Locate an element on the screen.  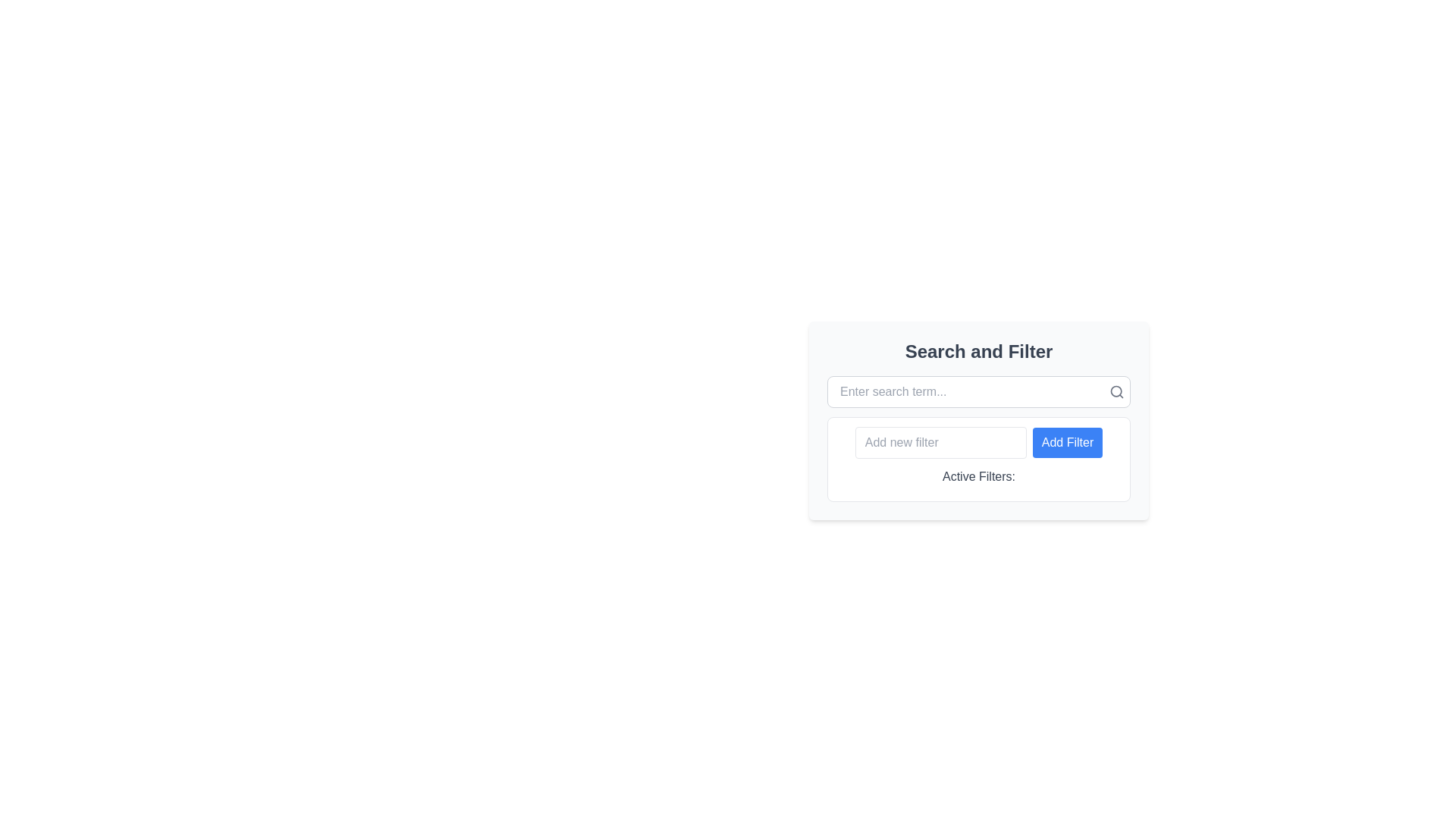
the search icon located at the top-right corner of the search interface, adjacent to the input field with the placeholder 'Enter search term...' is located at coordinates (1117, 391).